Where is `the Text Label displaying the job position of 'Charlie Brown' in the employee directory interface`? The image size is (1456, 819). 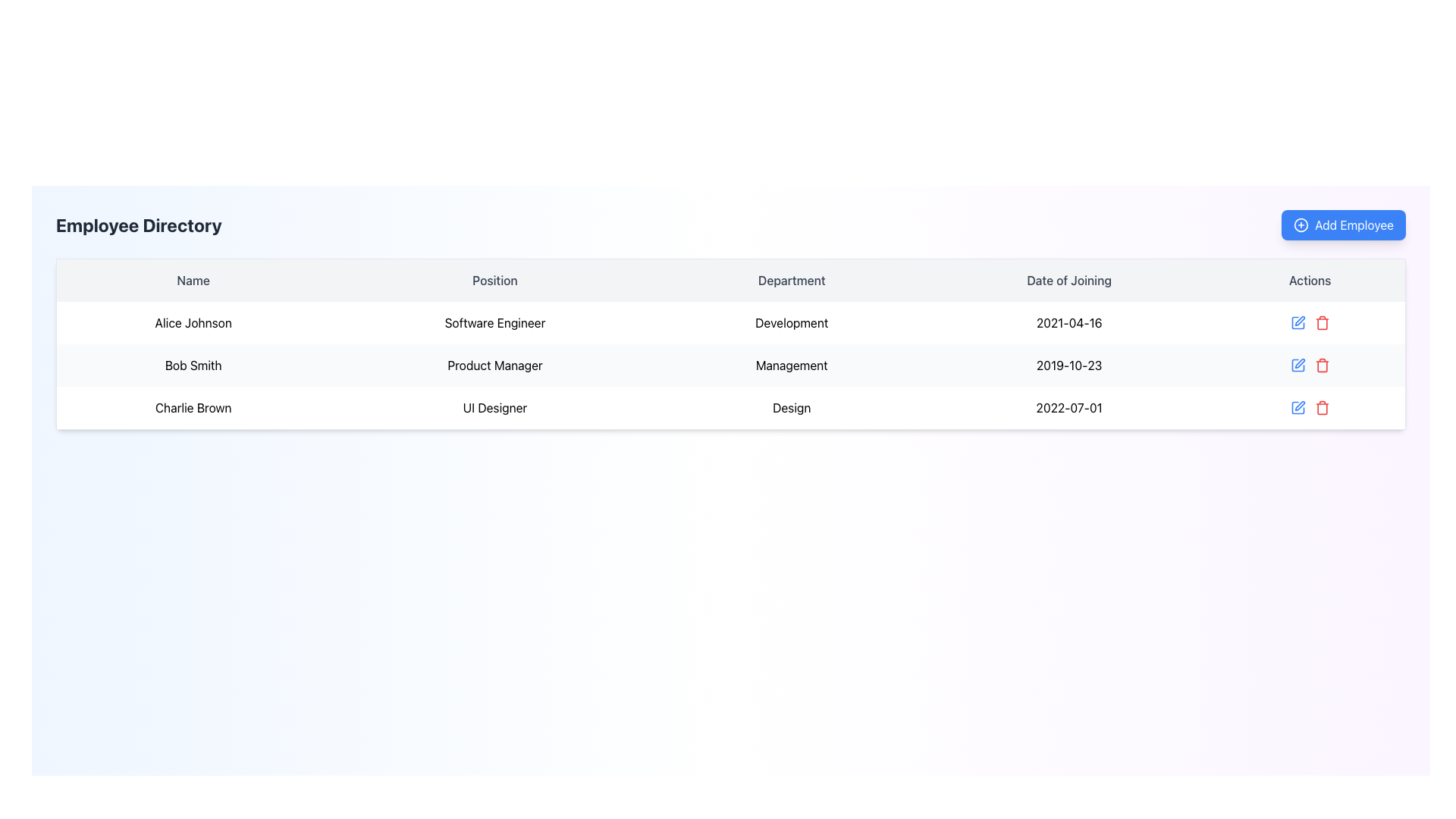 the Text Label displaying the job position of 'Charlie Brown' in the employee directory interface is located at coordinates (494, 407).